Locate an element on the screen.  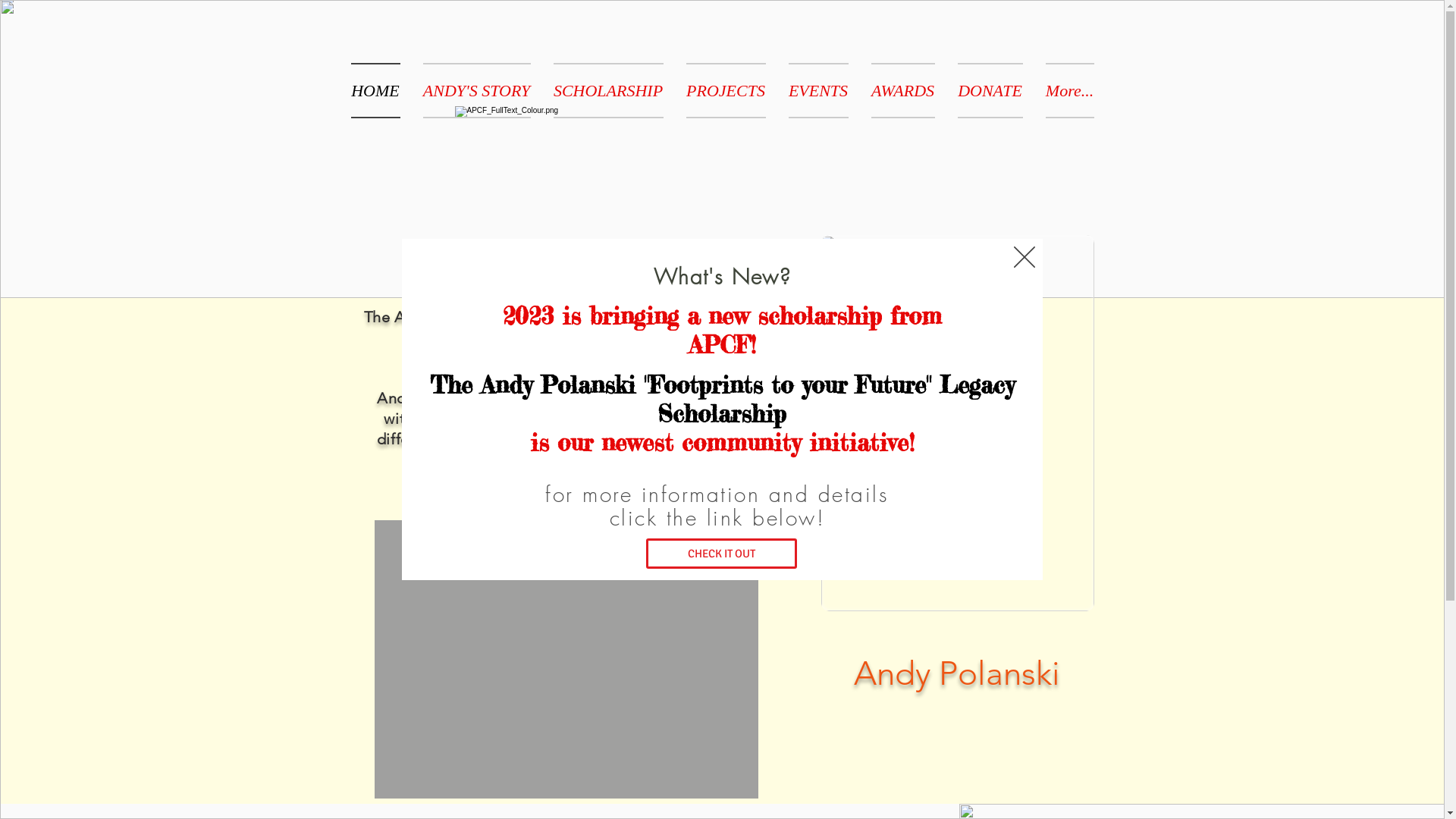
'SCHOLARSHIP' is located at coordinates (607, 90).